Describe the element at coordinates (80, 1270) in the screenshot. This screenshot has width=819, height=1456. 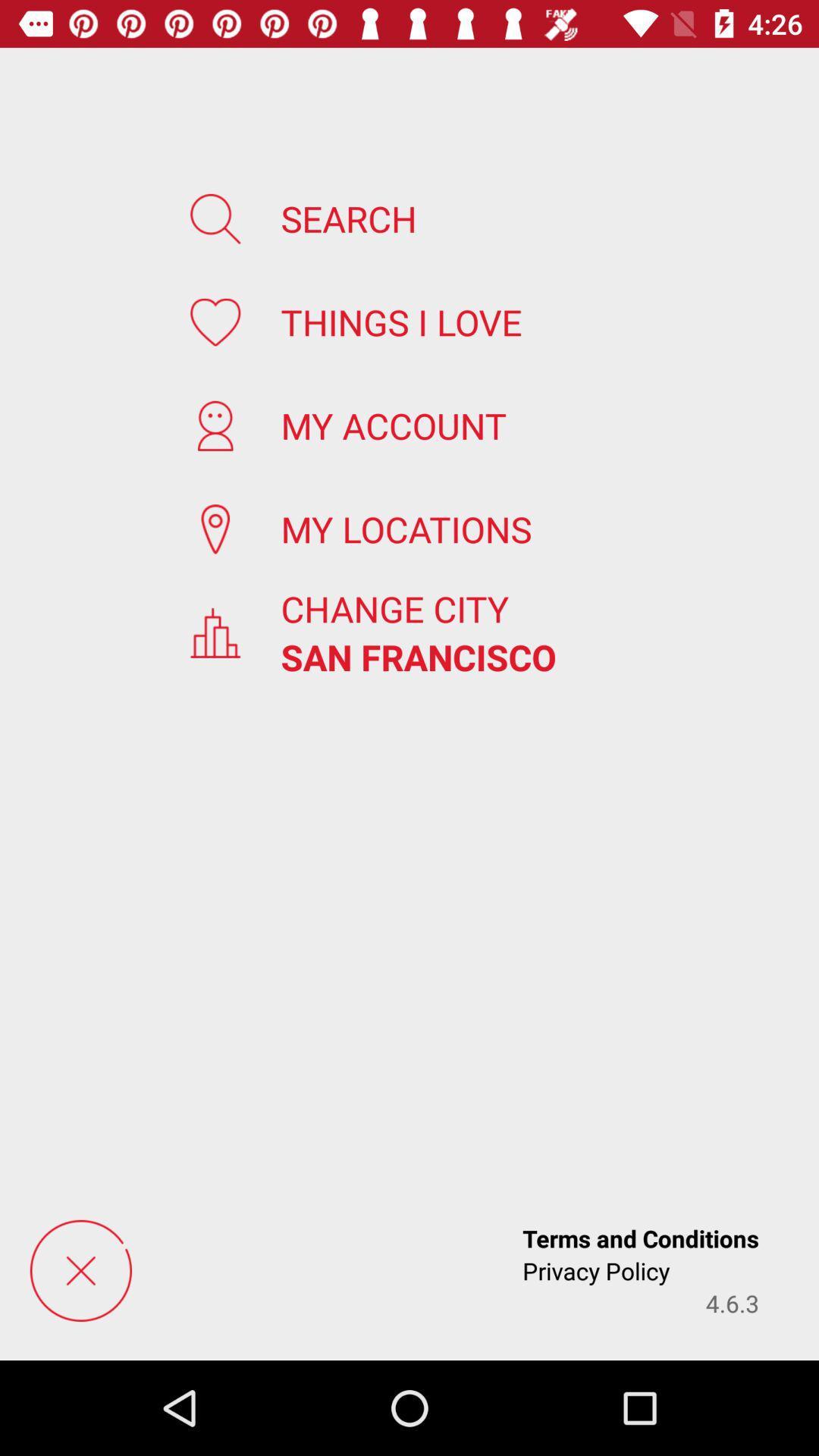
I see `menu` at that location.